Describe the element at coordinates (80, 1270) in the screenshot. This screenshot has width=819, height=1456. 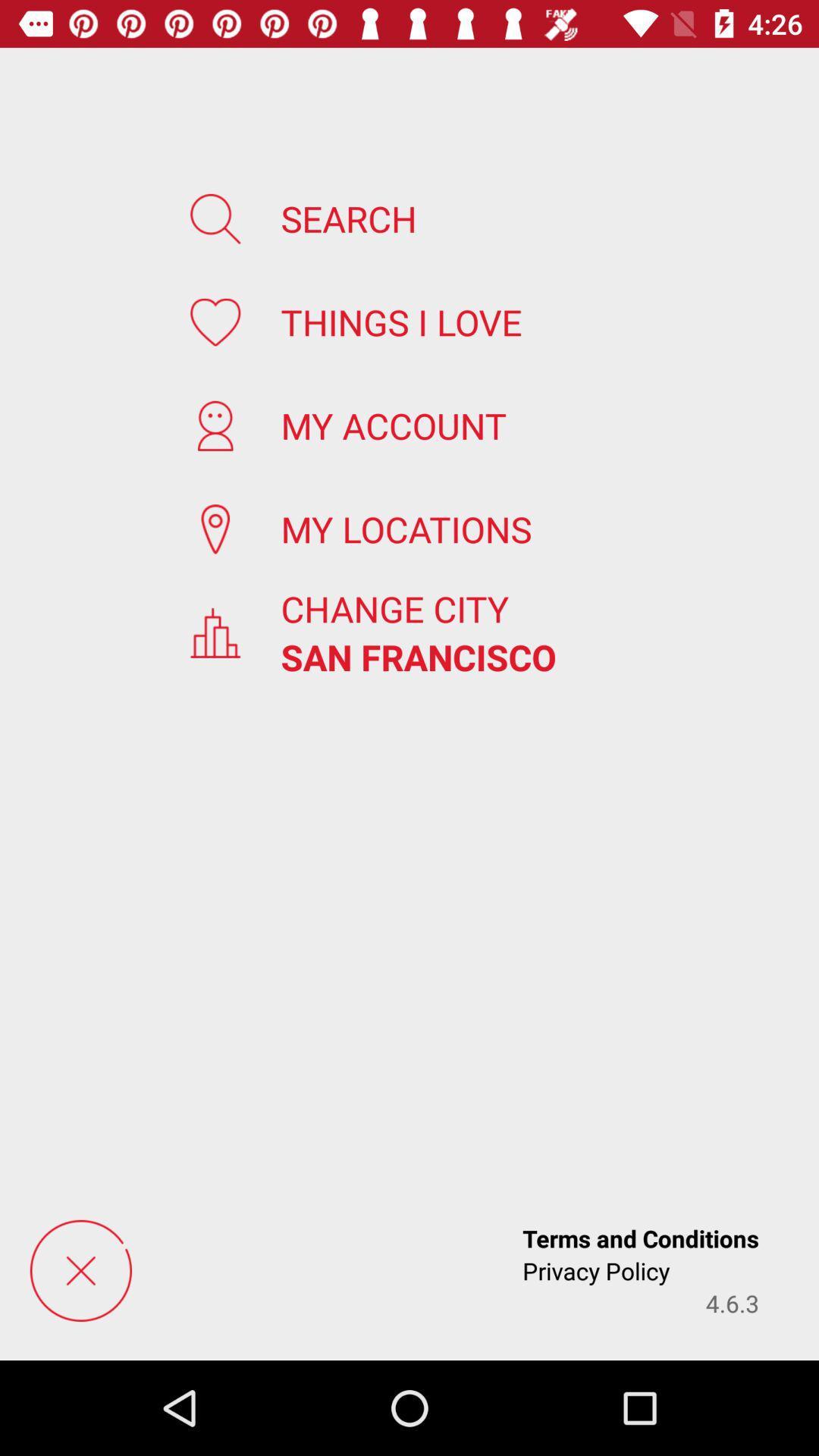
I see `menu` at that location.